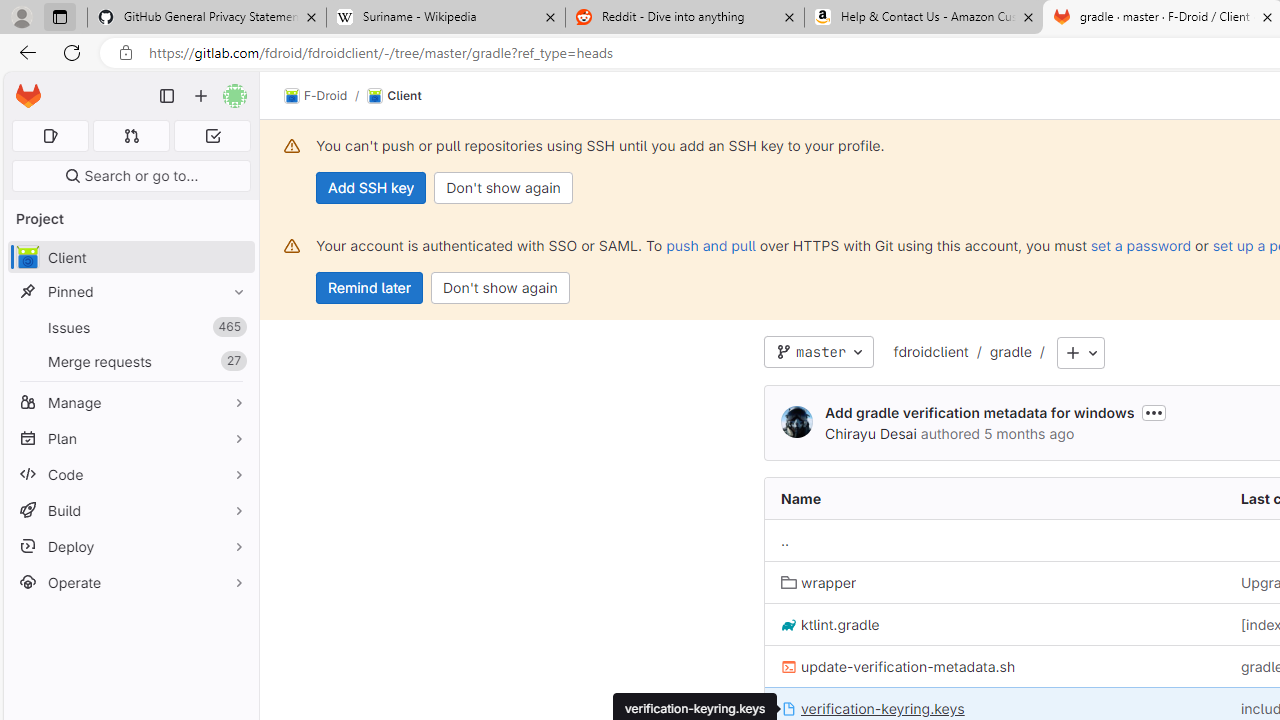 This screenshot has height=720, width=1280. Describe the element at coordinates (130, 361) in the screenshot. I see `'Merge requests27'` at that location.